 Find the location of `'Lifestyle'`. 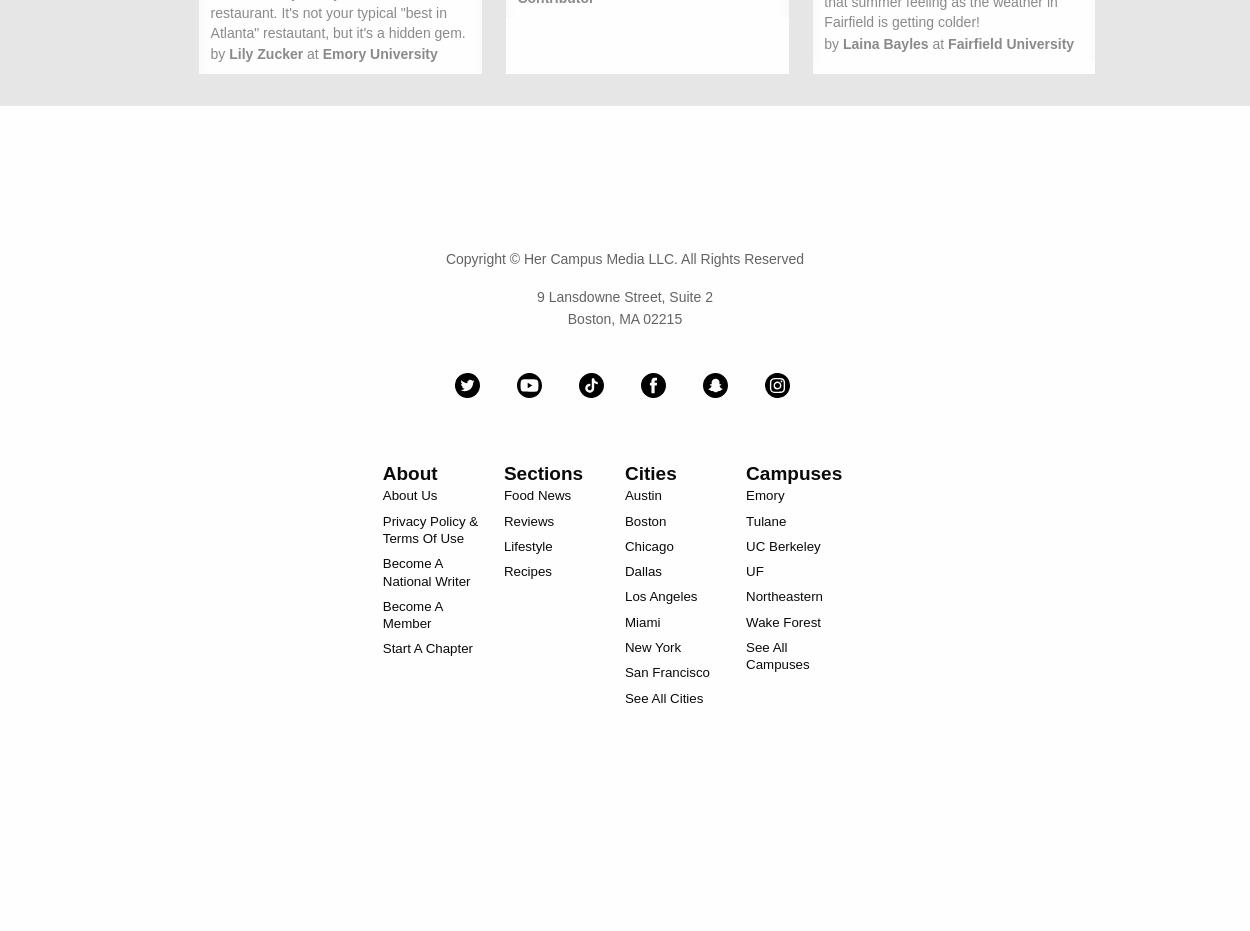

'Lifestyle' is located at coordinates (527, 544).